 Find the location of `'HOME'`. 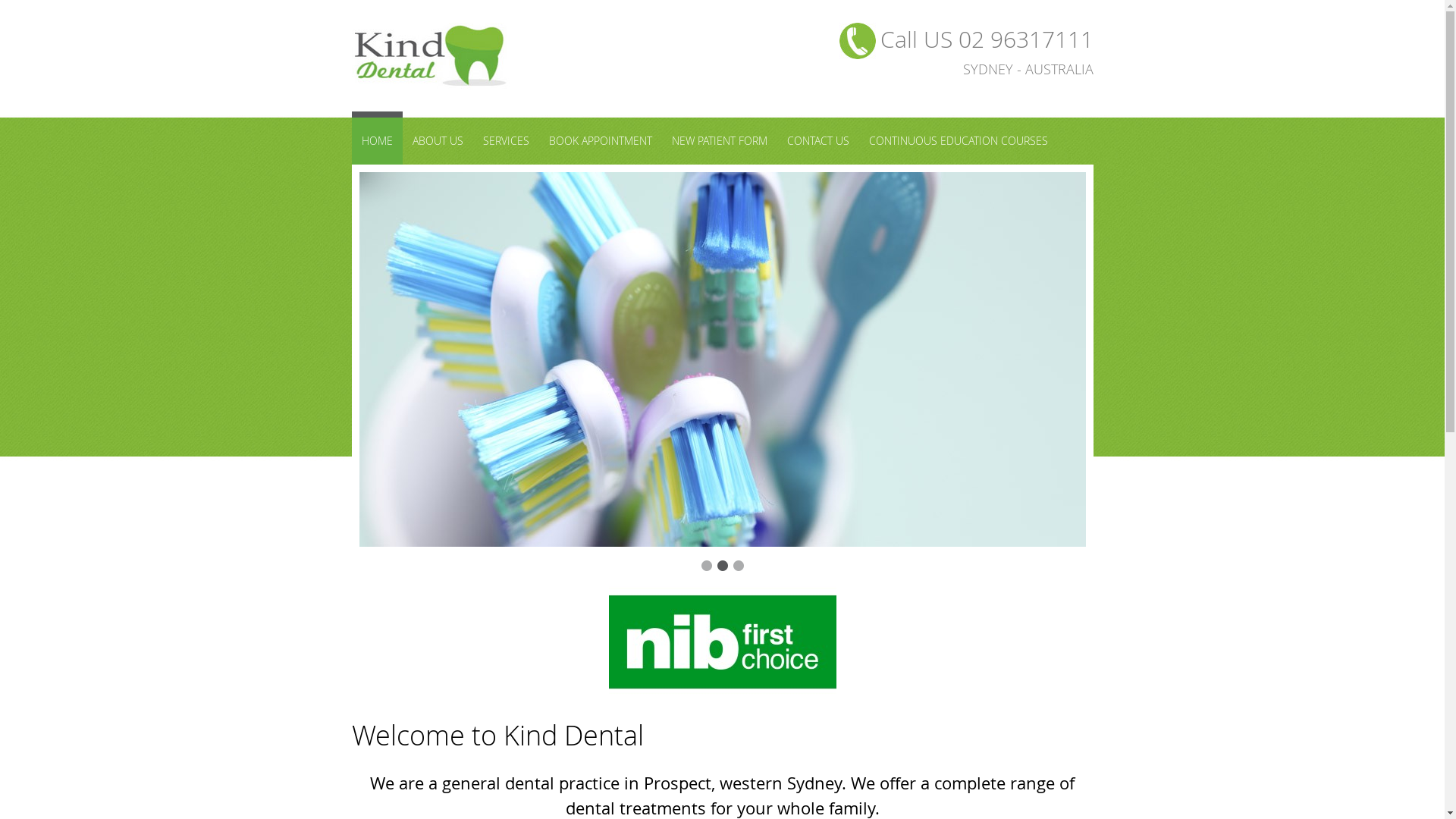

'HOME' is located at coordinates (377, 137).